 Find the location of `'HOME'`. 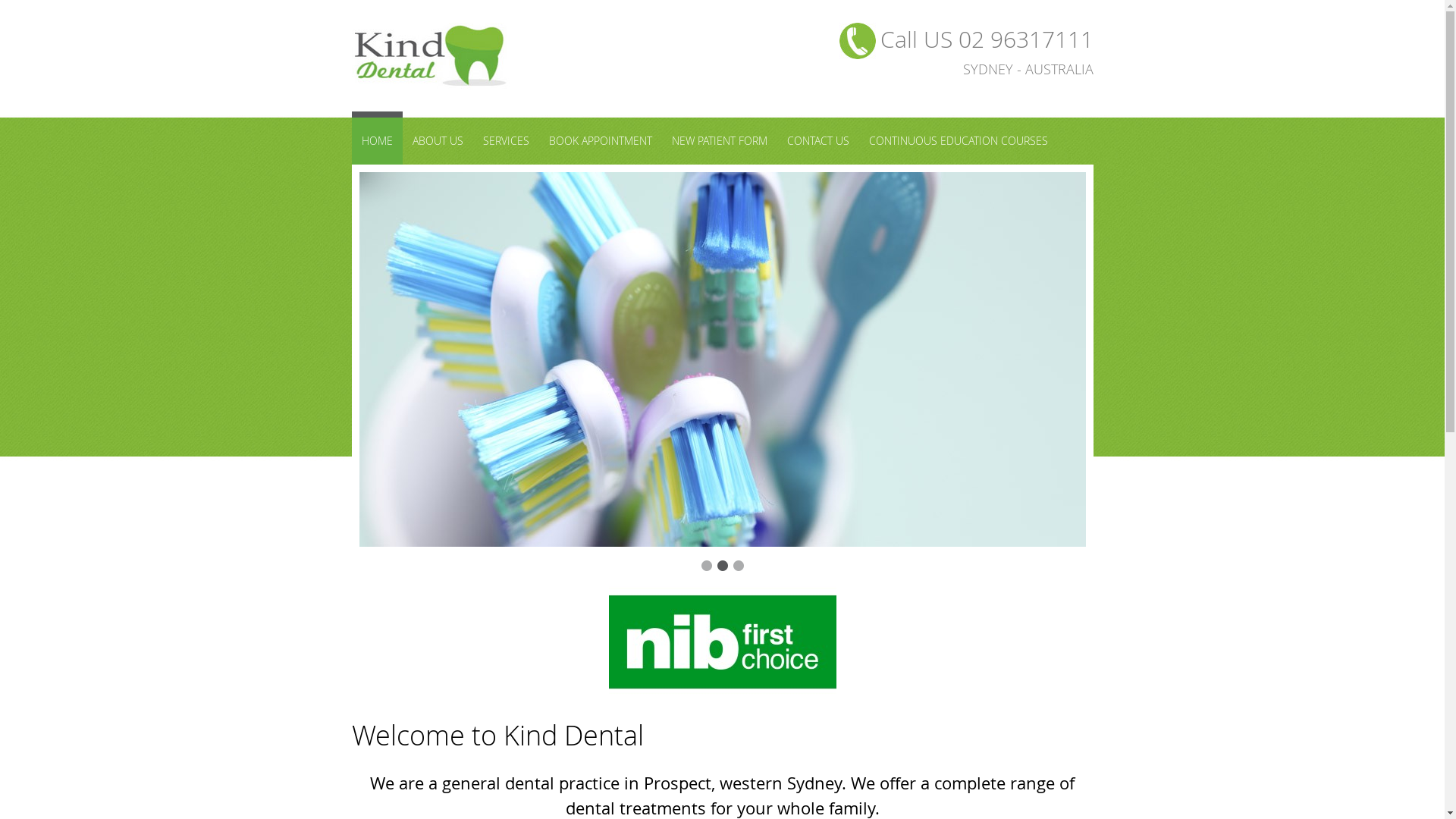

'HOME' is located at coordinates (377, 137).